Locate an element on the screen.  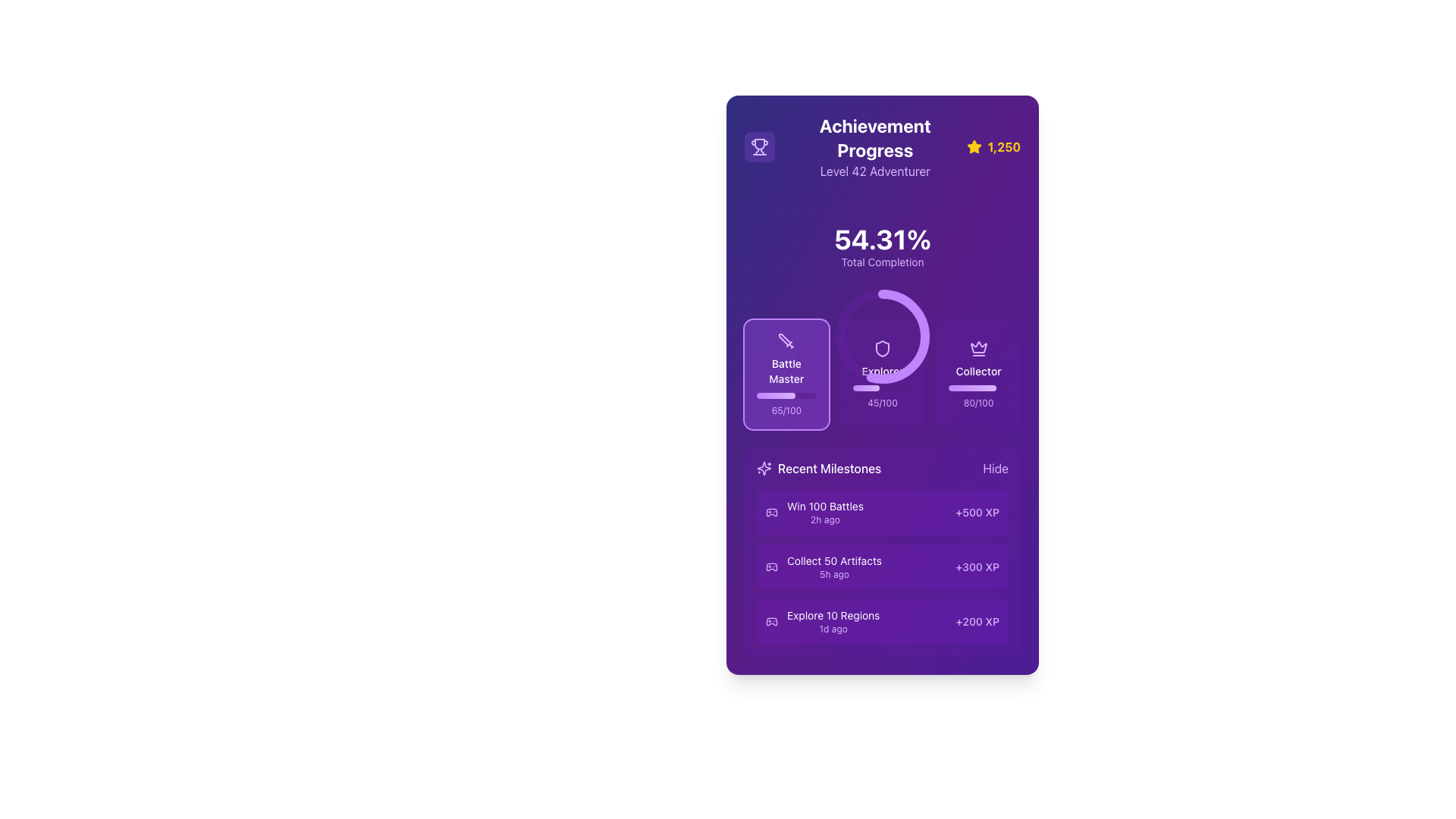
descriptive milestone label indicating the task of exploring 10 regions, located in the lower portion of the interface within the 'Recent Milestones' section, above the '1d ago' label is located at coordinates (833, 616).